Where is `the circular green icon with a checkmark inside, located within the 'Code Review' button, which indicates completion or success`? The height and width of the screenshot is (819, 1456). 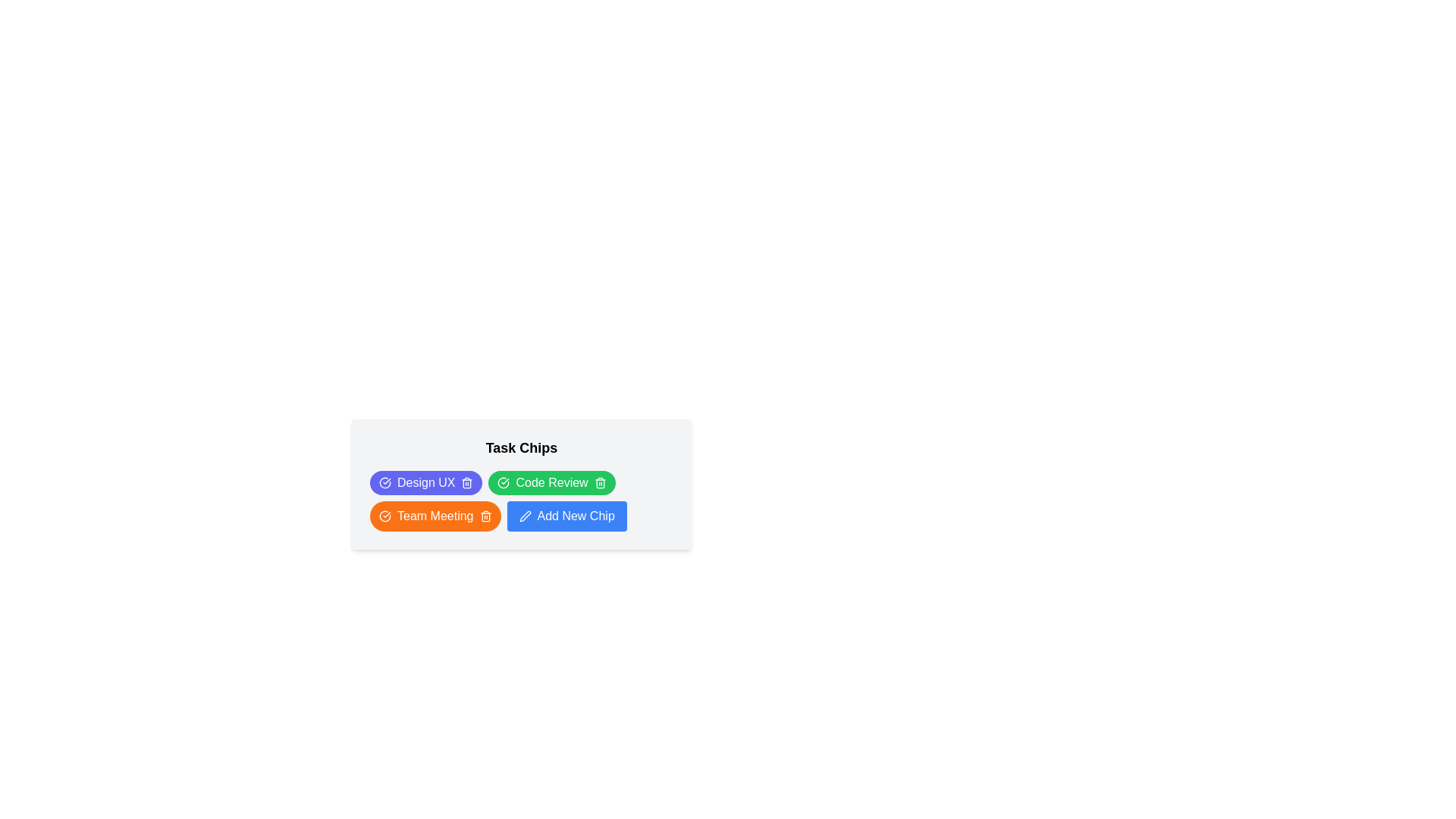
the circular green icon with a checkmark inside, located within the 'Code Review' button, which indicates completion or success is located at coordinates (504, 482).